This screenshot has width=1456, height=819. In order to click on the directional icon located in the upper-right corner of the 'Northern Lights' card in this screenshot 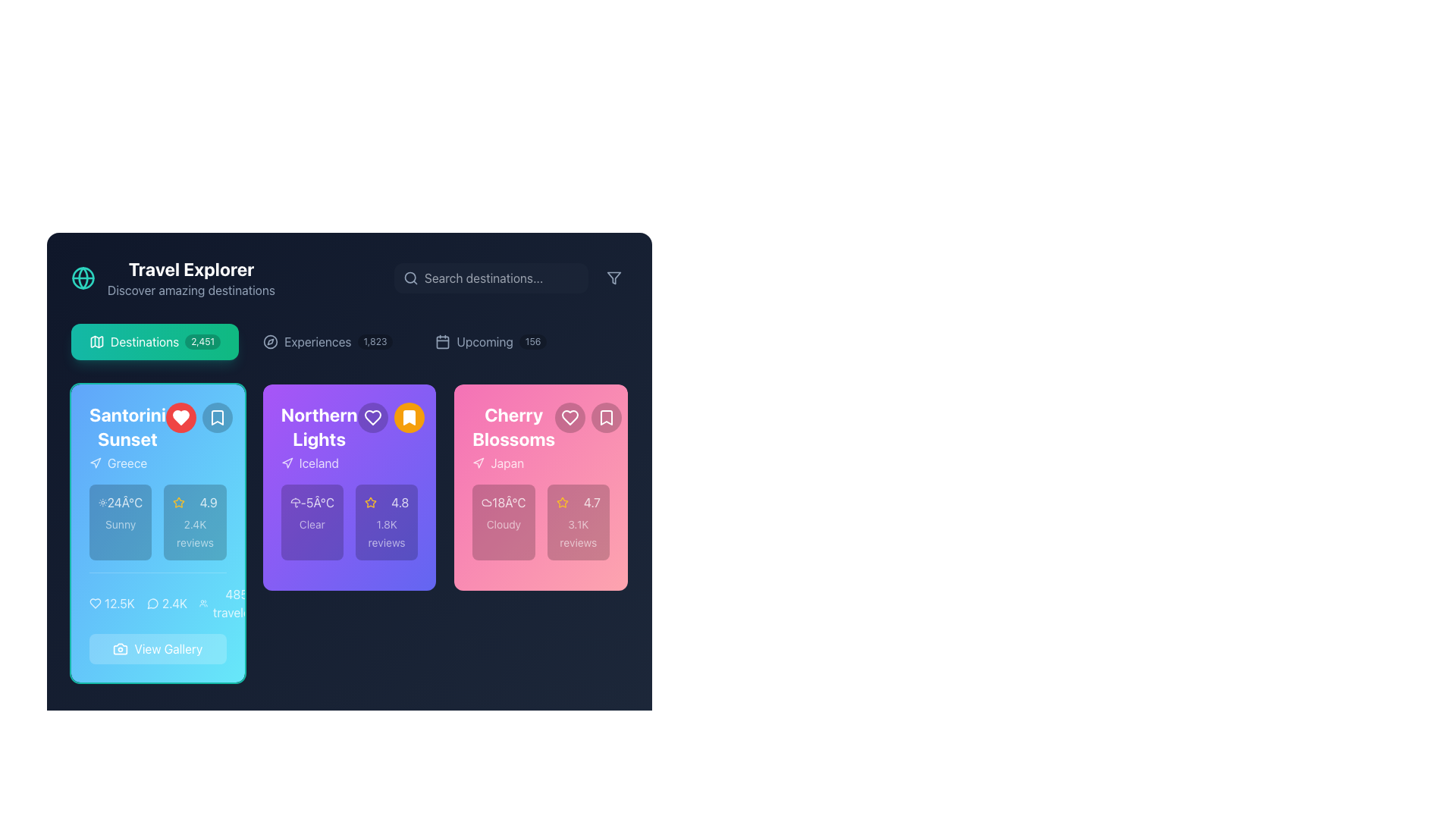, I will do `click(287, 462)`.